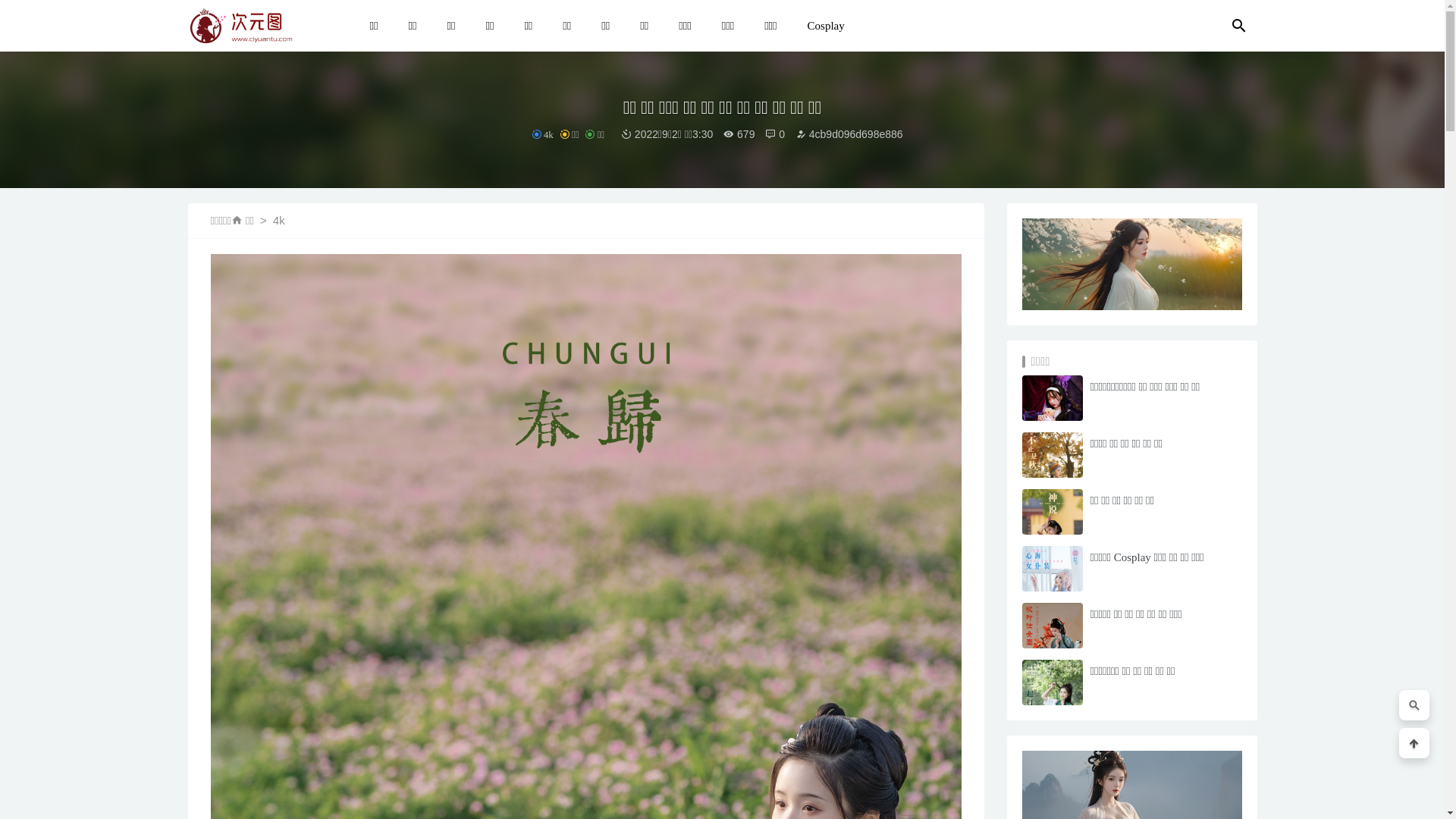 Image resolution: width=1456 pixels, height=819 pixels. Describe the element at coordinates (279, 220) in the screenshot. I see `'4k'` at that location.